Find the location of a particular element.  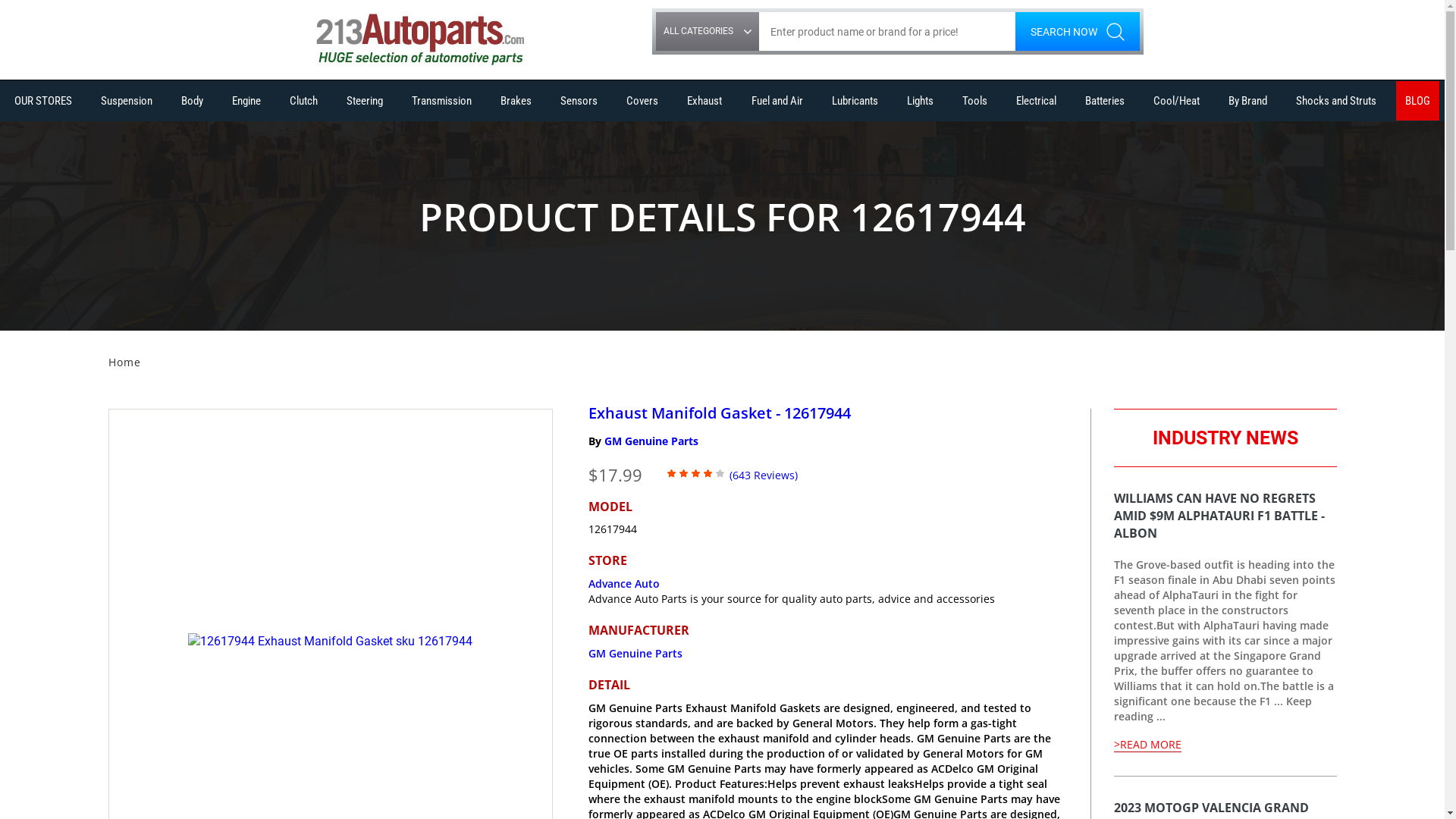

'Tools' is located at coordinates (952, 100).